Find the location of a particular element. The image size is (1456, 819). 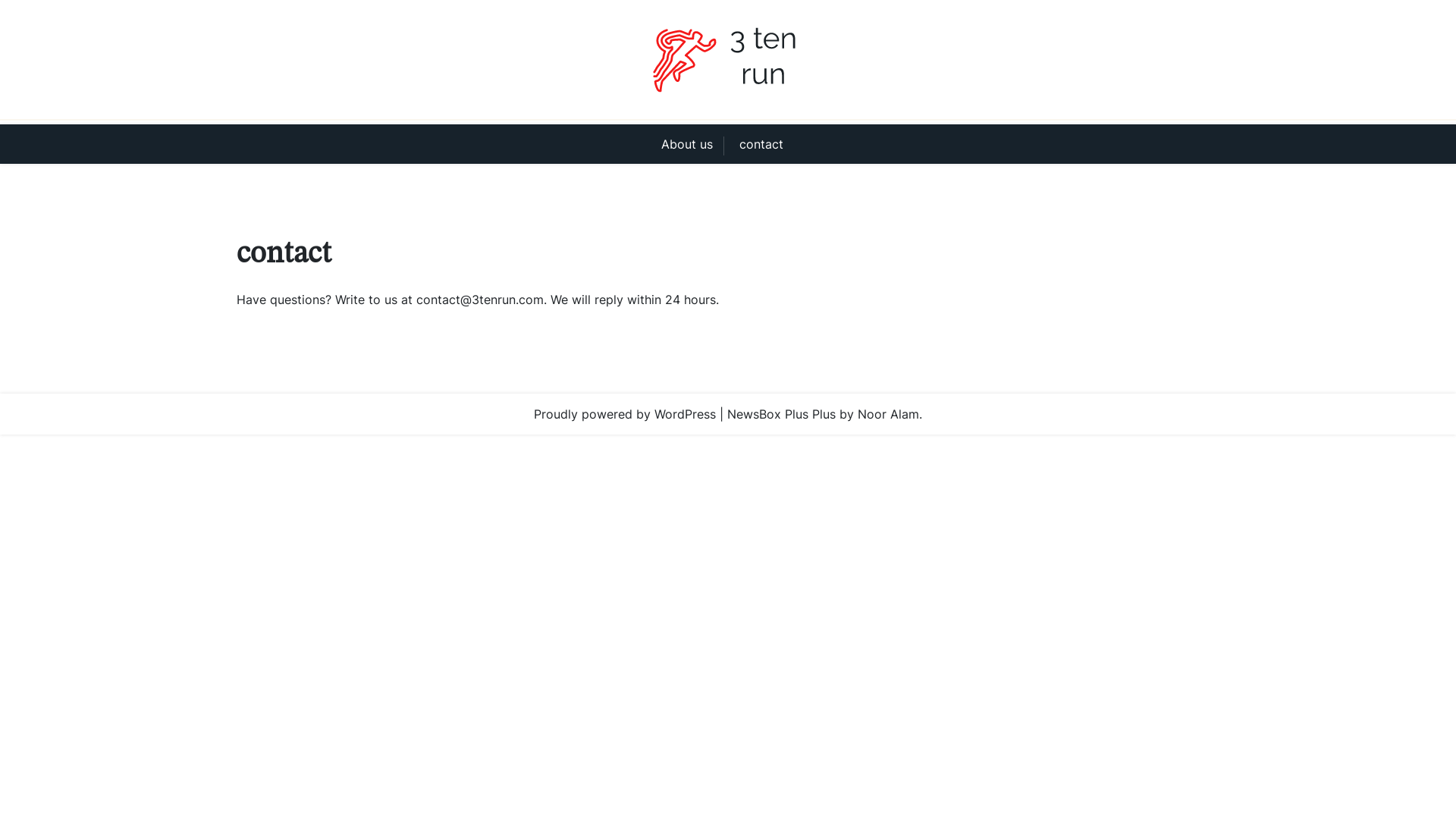

'About us' is located at coordinates (692, 143).